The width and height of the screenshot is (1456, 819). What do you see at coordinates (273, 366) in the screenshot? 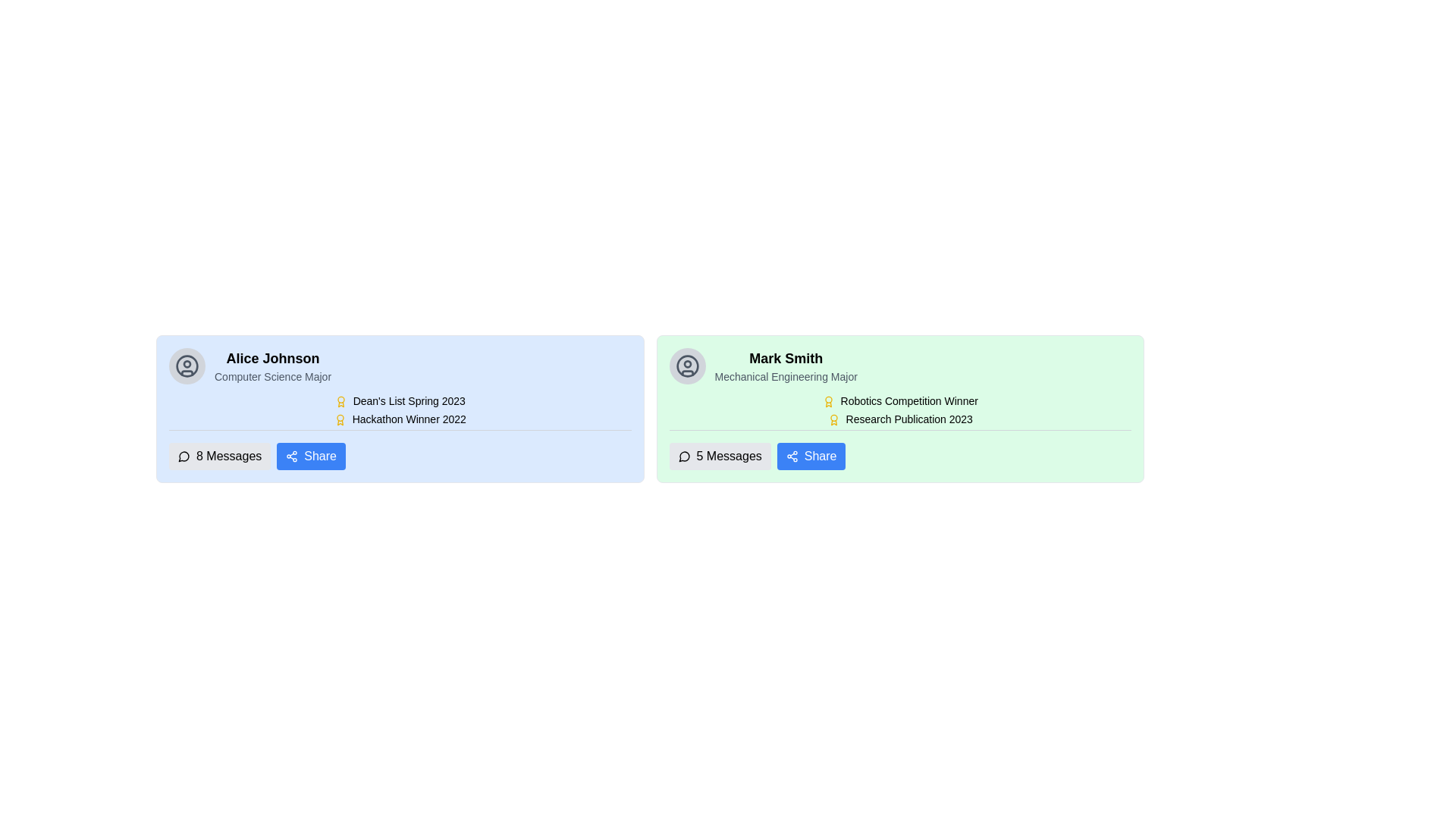
I see `the Text Display featuring 'Alice Johnson' in bold black font and 'Computer Science Major' in lighter gray font, located on a light blue background` at bounding box center [273, 366].